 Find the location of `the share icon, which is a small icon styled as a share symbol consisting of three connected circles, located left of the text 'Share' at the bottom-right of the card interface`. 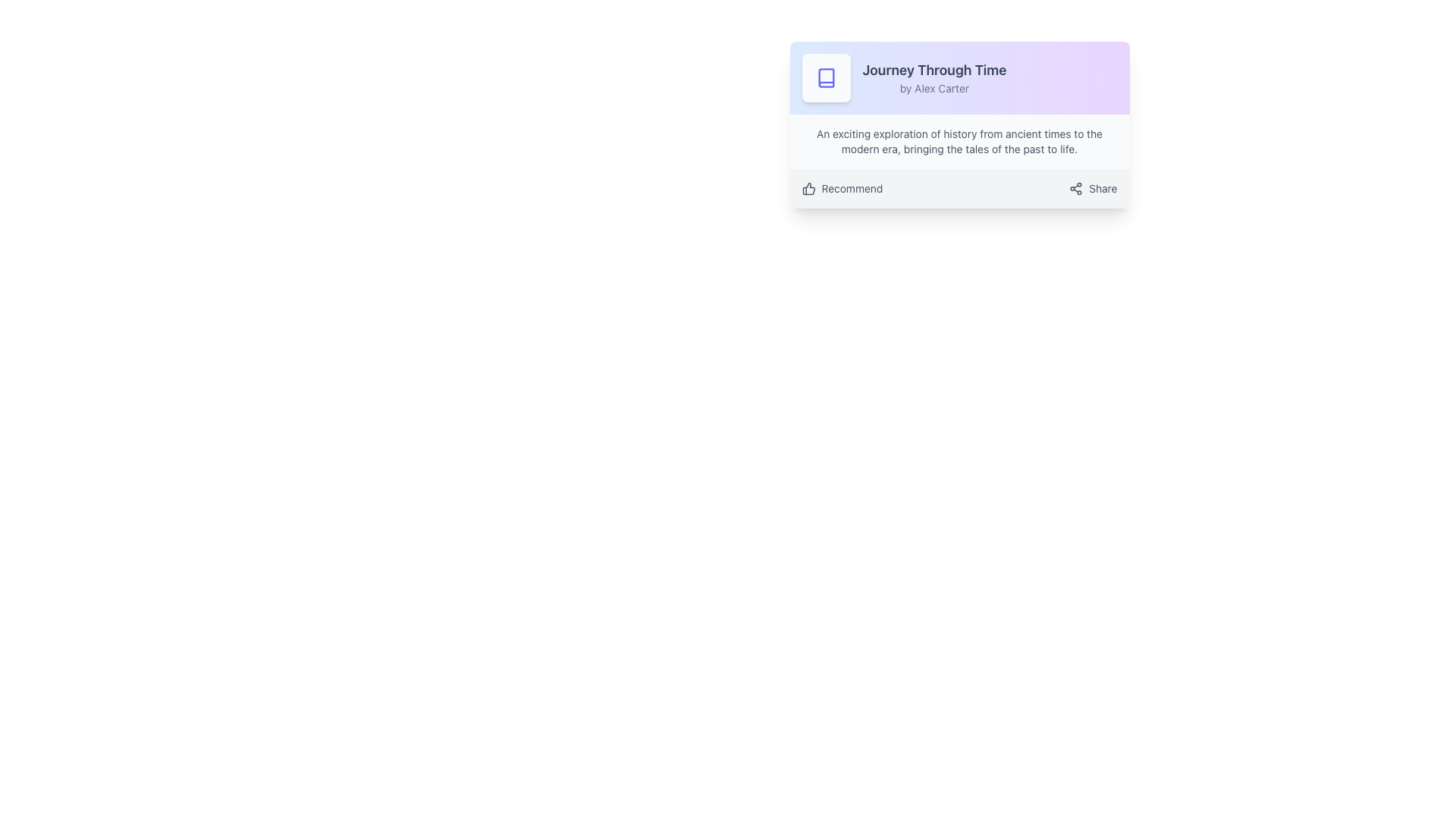

the share icon, which is a small icon styled as a share symbol consisting of three connected circles, located left of the text 'Share' at the bottom-right of the card interface is located at coordinates (1075, 188).